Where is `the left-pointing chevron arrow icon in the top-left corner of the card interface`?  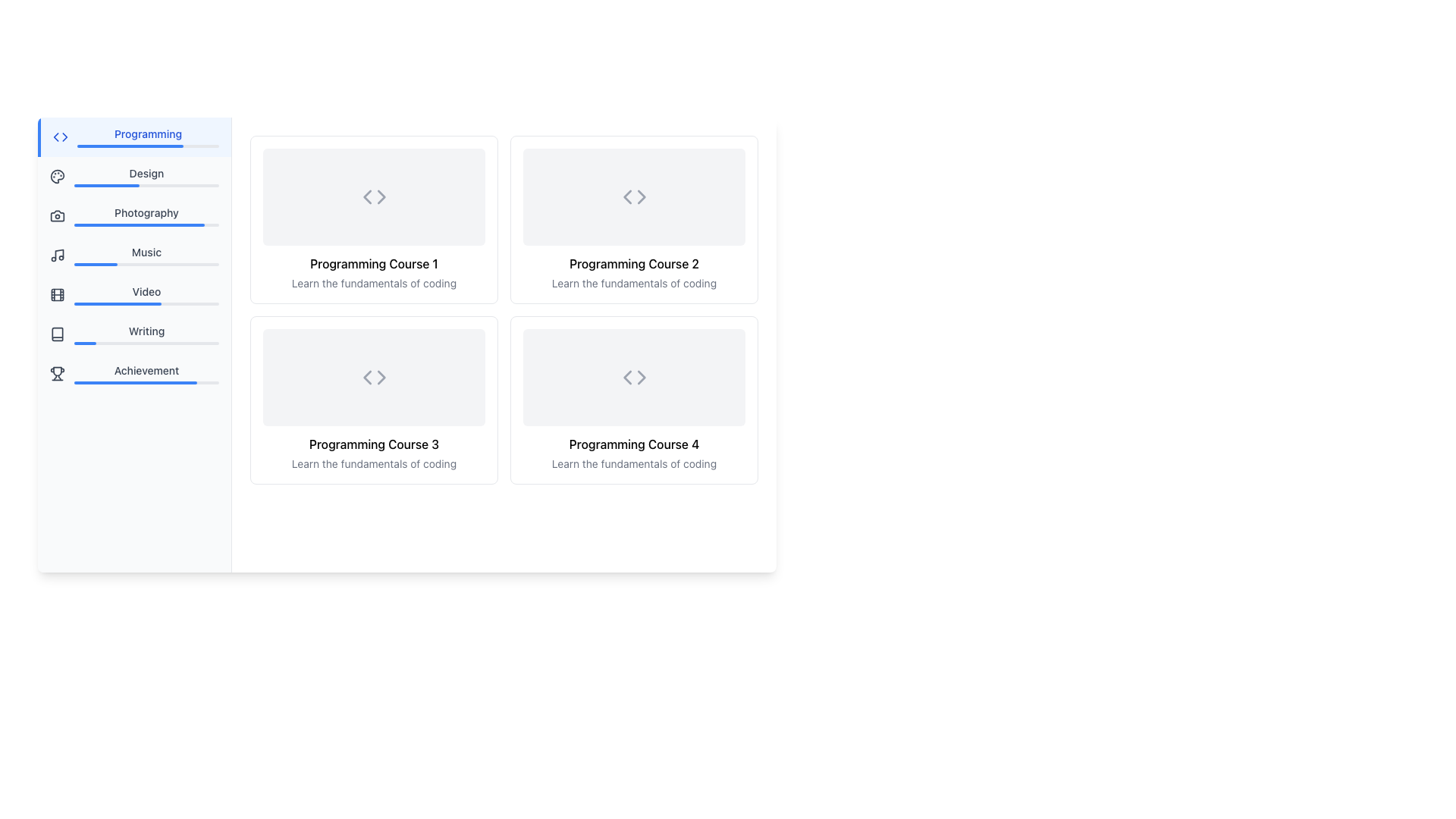
the left-pointing chevron arrow icon in the top-left corner of the card interface is located at coordinates (367, 196).